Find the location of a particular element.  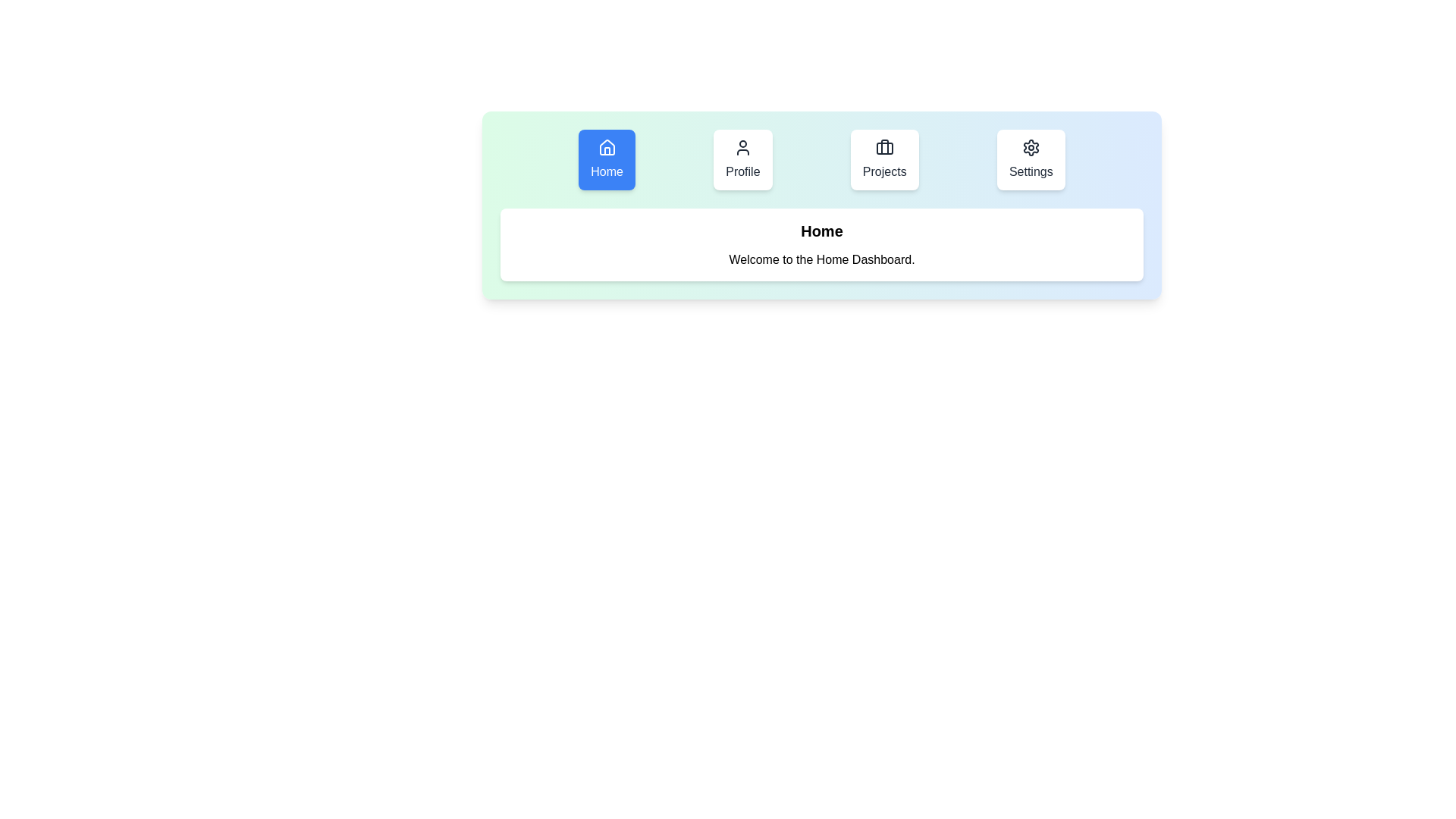

the tab labeled Home to inspect its content is located at coordinates (607, 160).